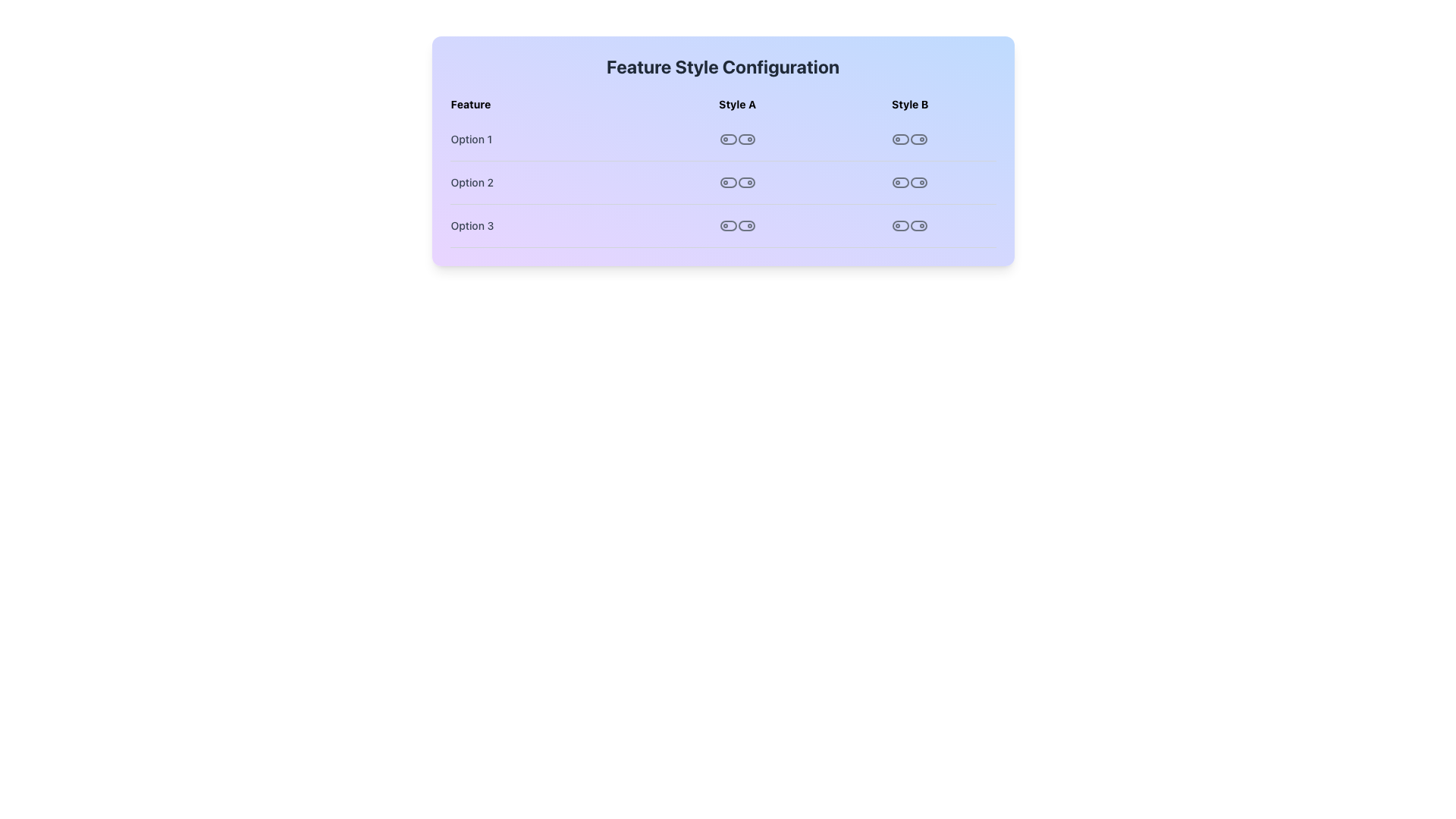 This screenshot has height=819, width=1456. I want to click on the toggle switch for 'Option 3' in the 'Style B' column, so click(918, 225).